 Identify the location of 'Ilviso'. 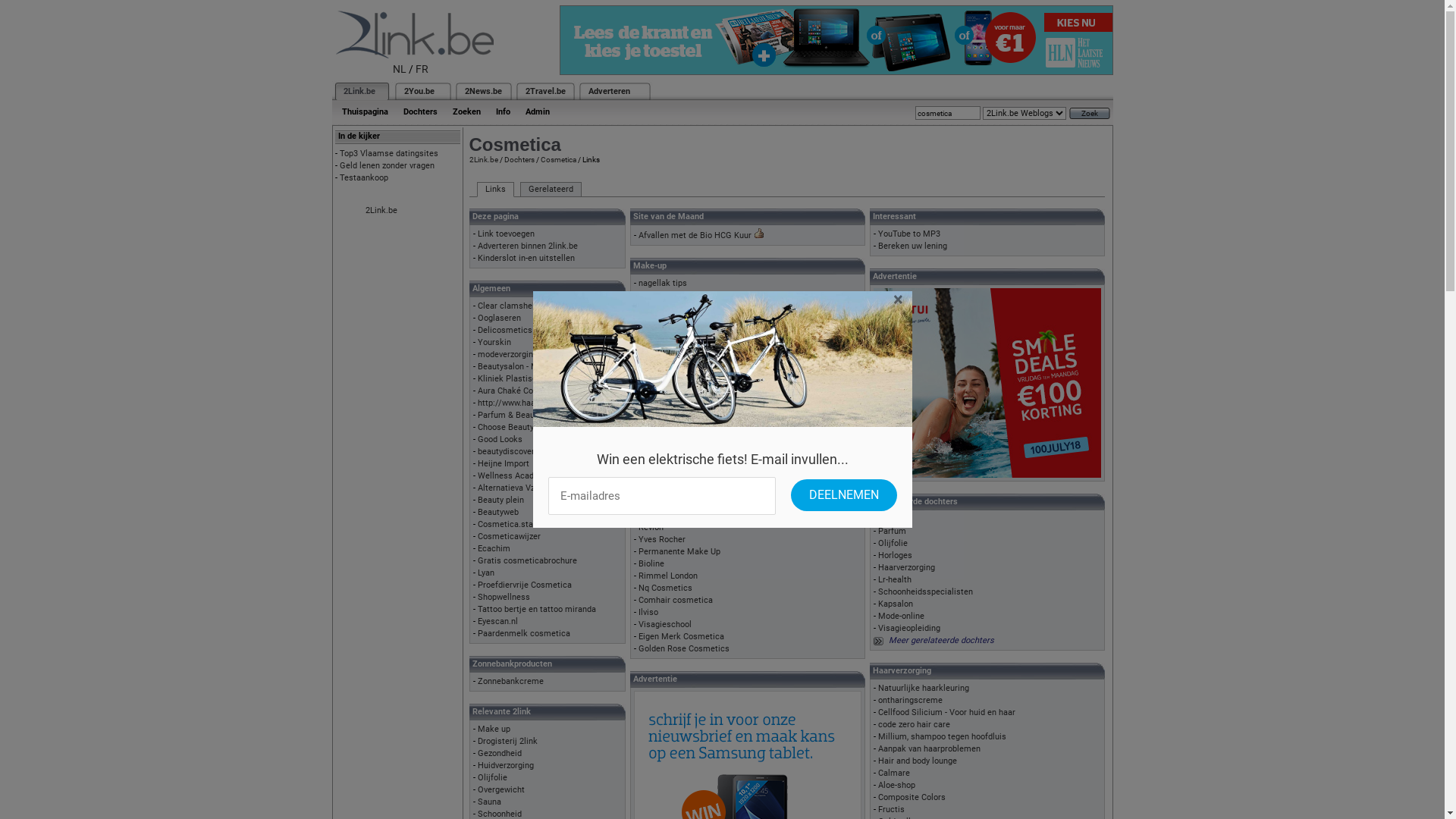
(648, 611).